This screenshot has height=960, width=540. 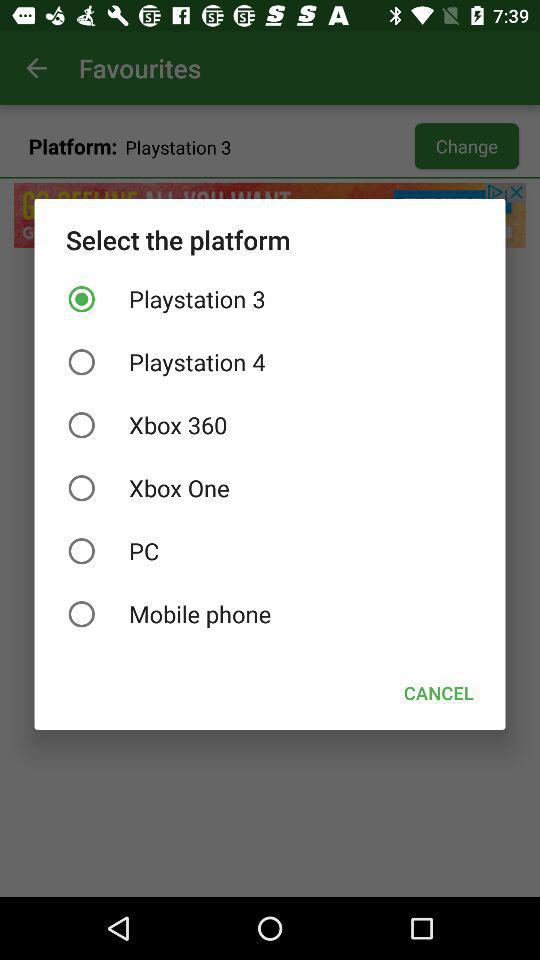 I want to click on the item at the bottom right corner, so click(x=437, y=693).